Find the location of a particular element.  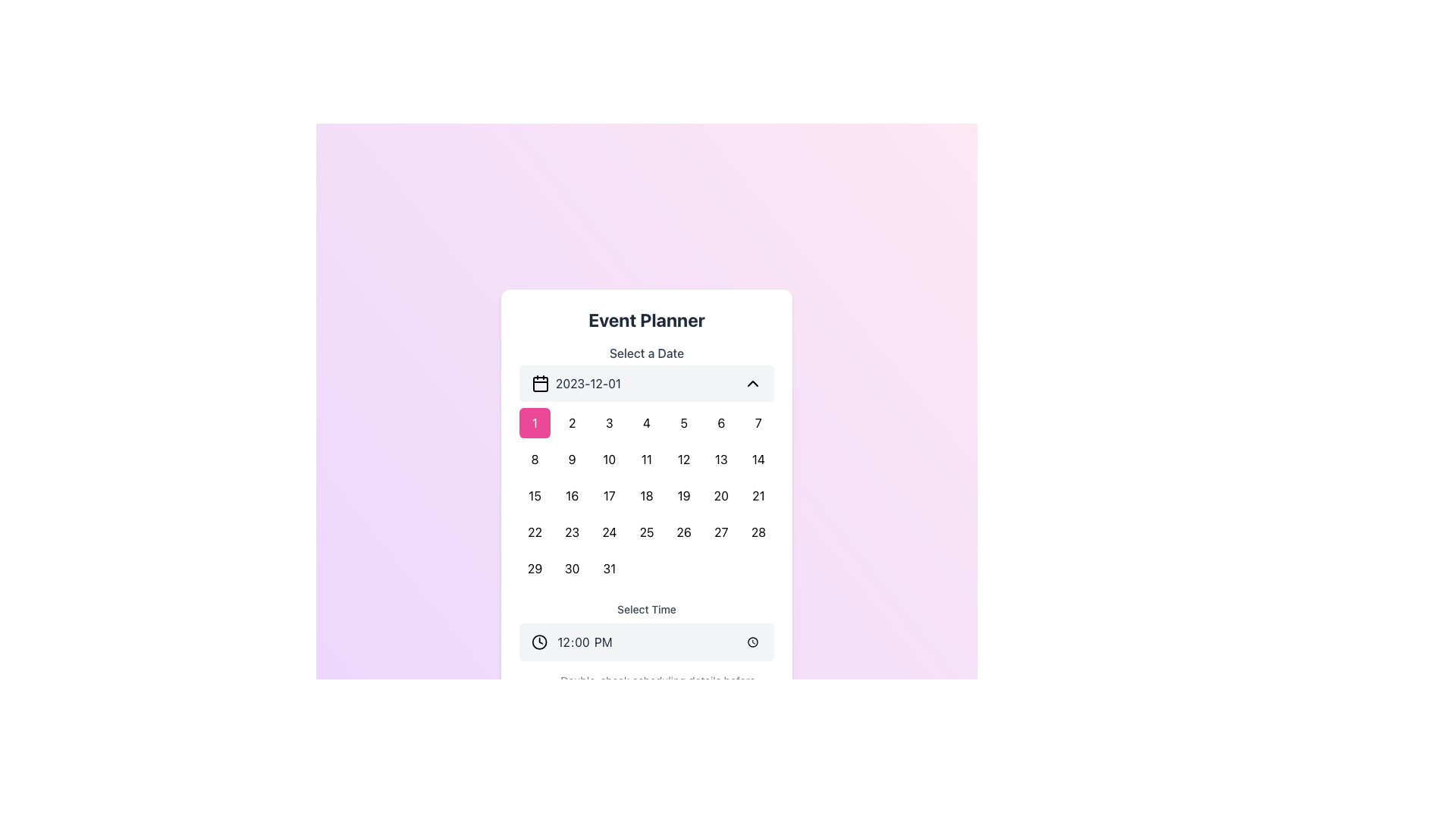

the interactive date selector button for December 7th, located in the first row of the calendar matrix in the 'Event Planner' interface is located at coordinates (758, 423).